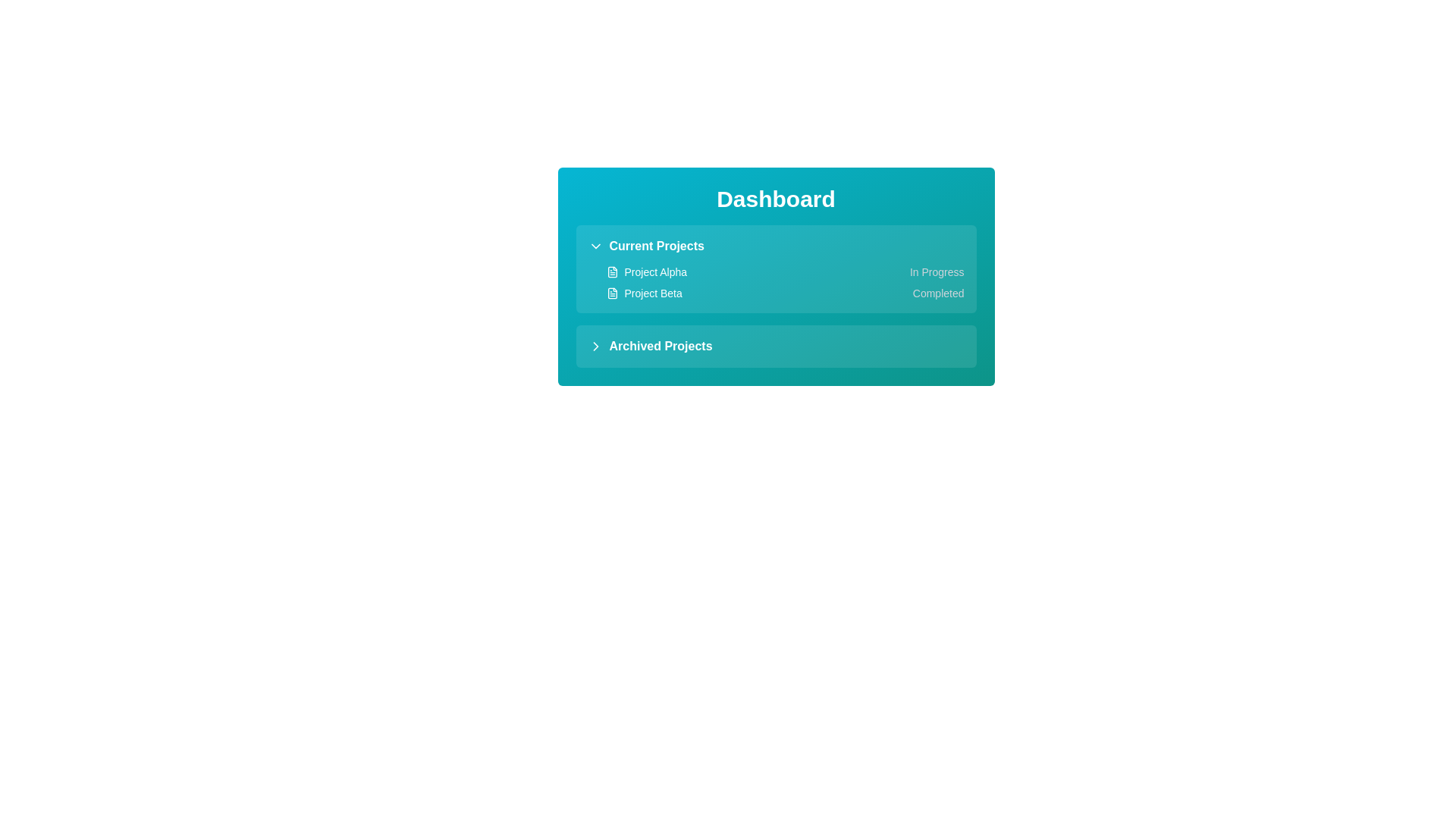  What do you see at coordinates (644, 293) in the screenshot?
I see `the list item labeled 'Project Beta' with a document icon` at bounding box center [644, 293].